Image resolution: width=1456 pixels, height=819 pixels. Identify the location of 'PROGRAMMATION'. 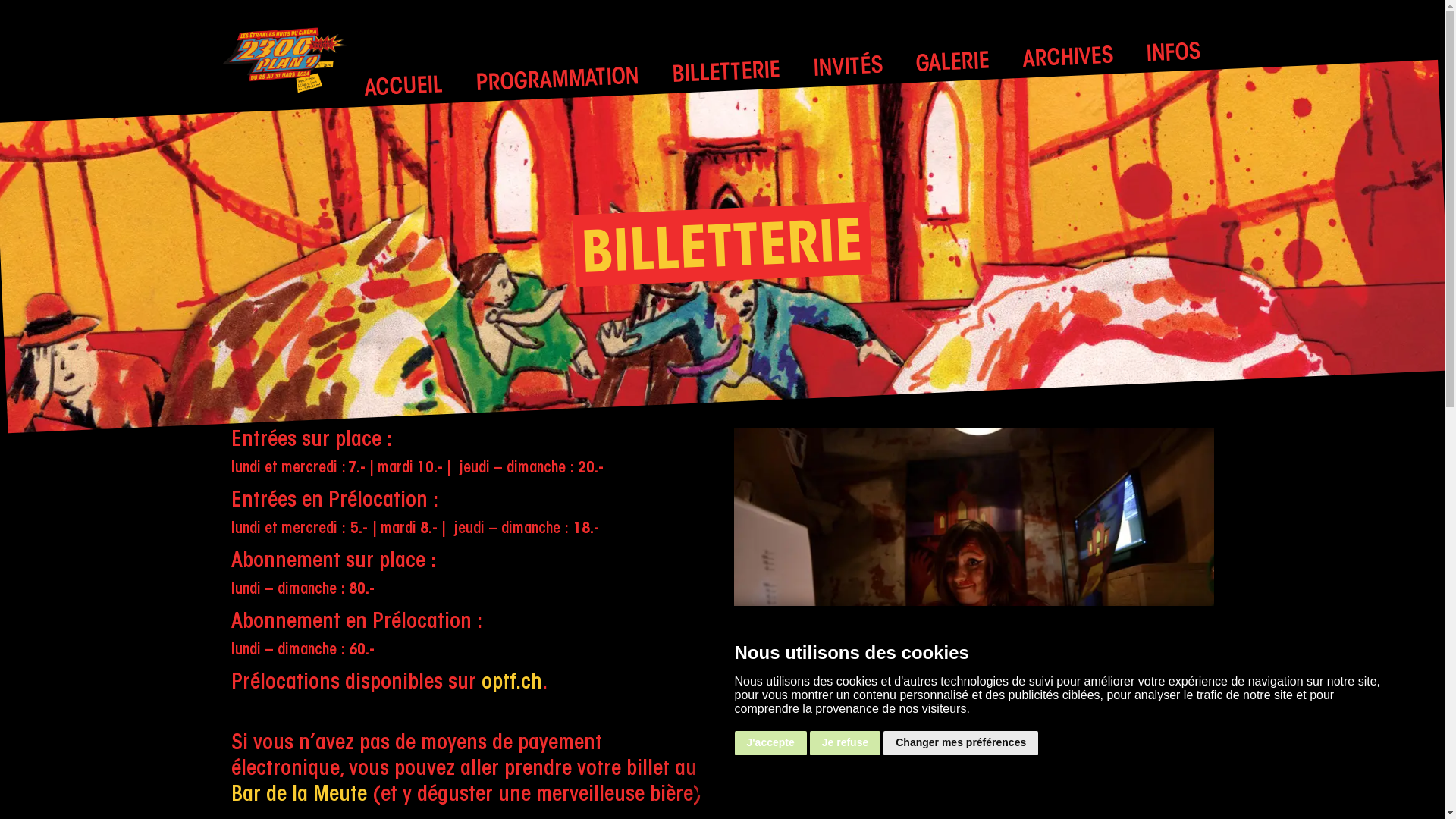
(556, 78).